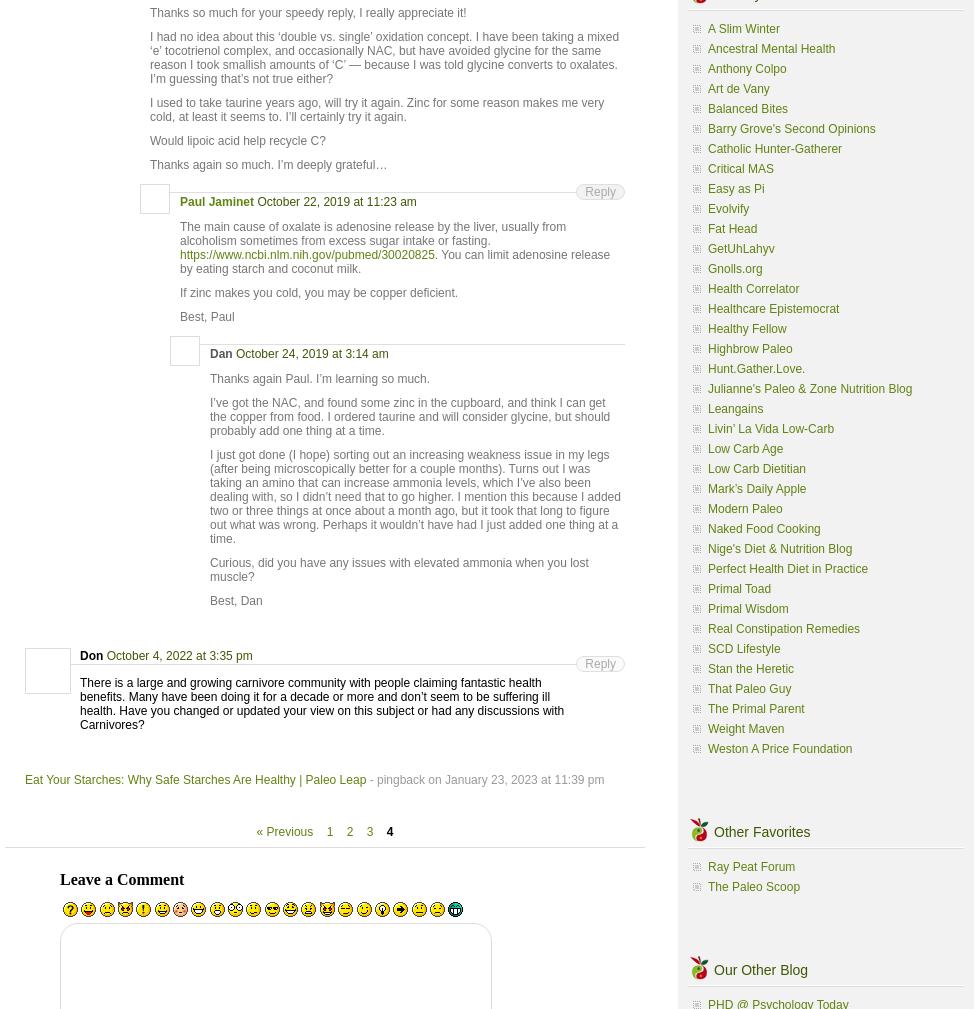 This screenshot has height=1009, width=980. I want to click on 'October 22, 2019 at 11:23 am', so click(336, 201).